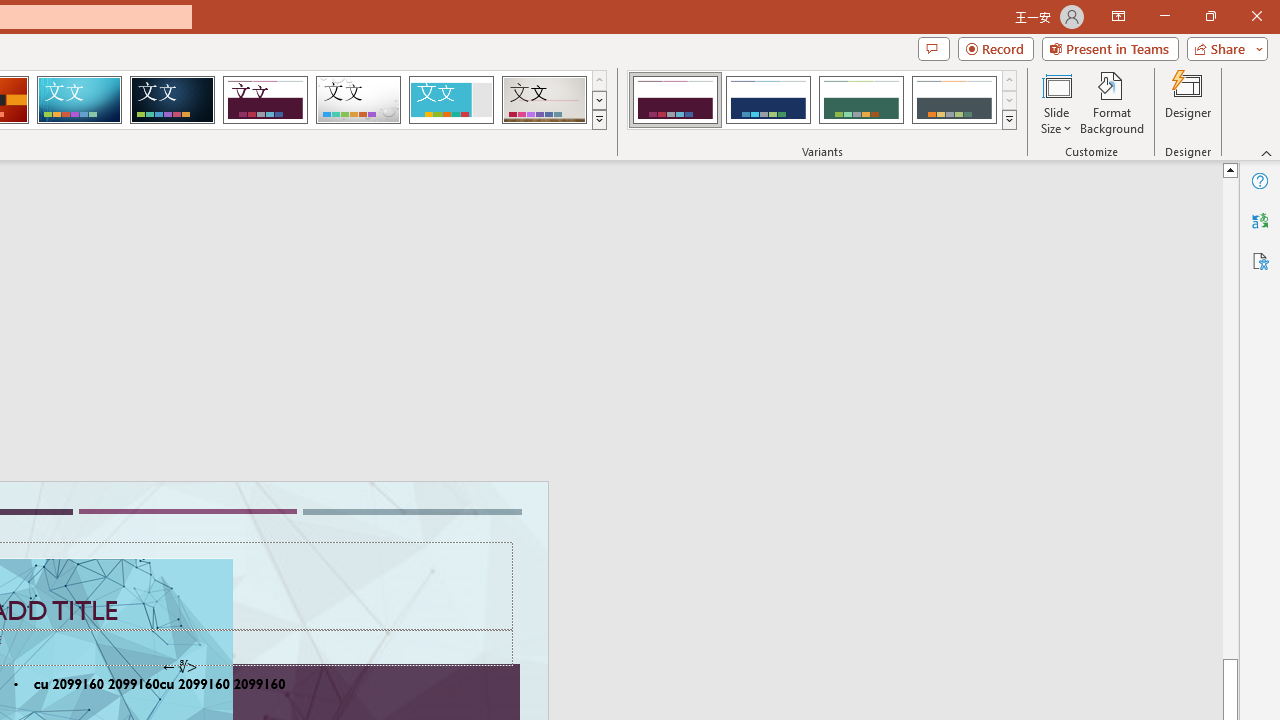 This screenshot has width=1280, height=720. Describe the element at coordinates (544, 100) in the screenshot. I see `'Gallery'` at that location.